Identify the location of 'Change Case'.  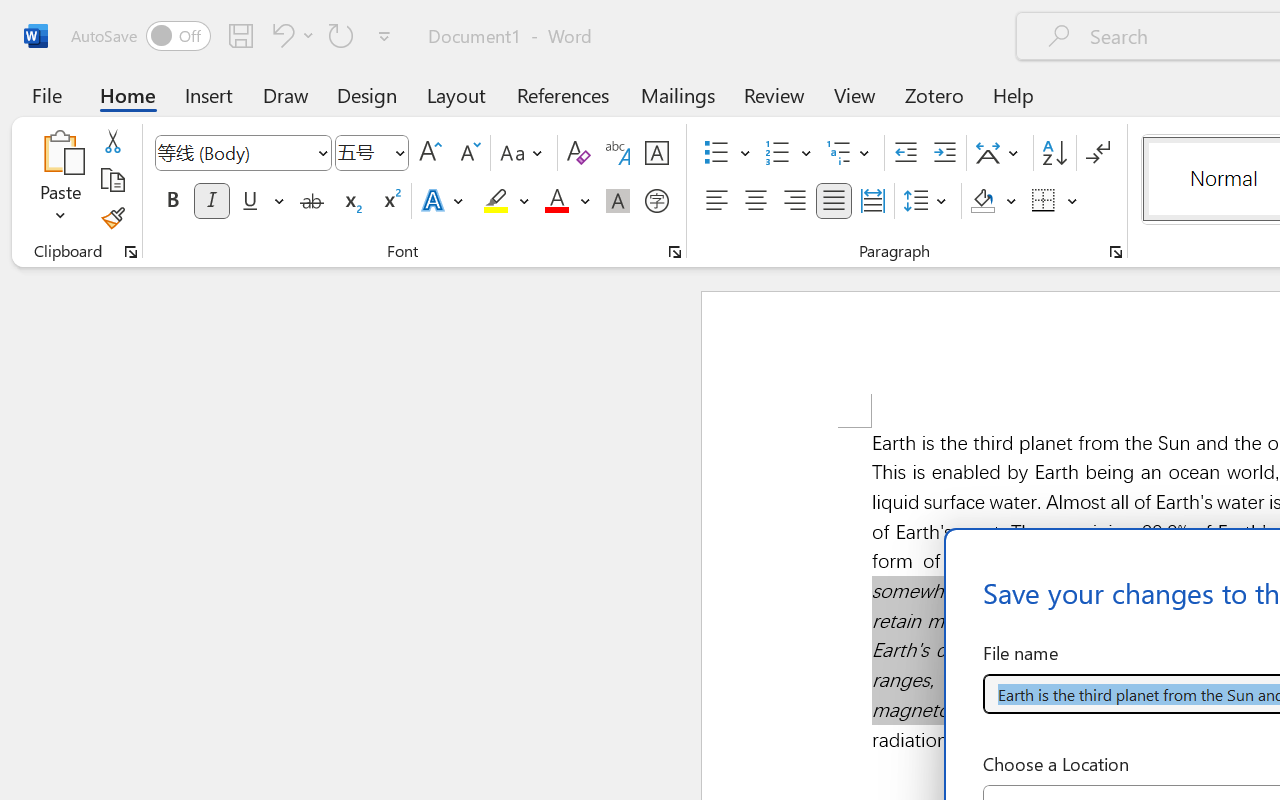
(524, 153).